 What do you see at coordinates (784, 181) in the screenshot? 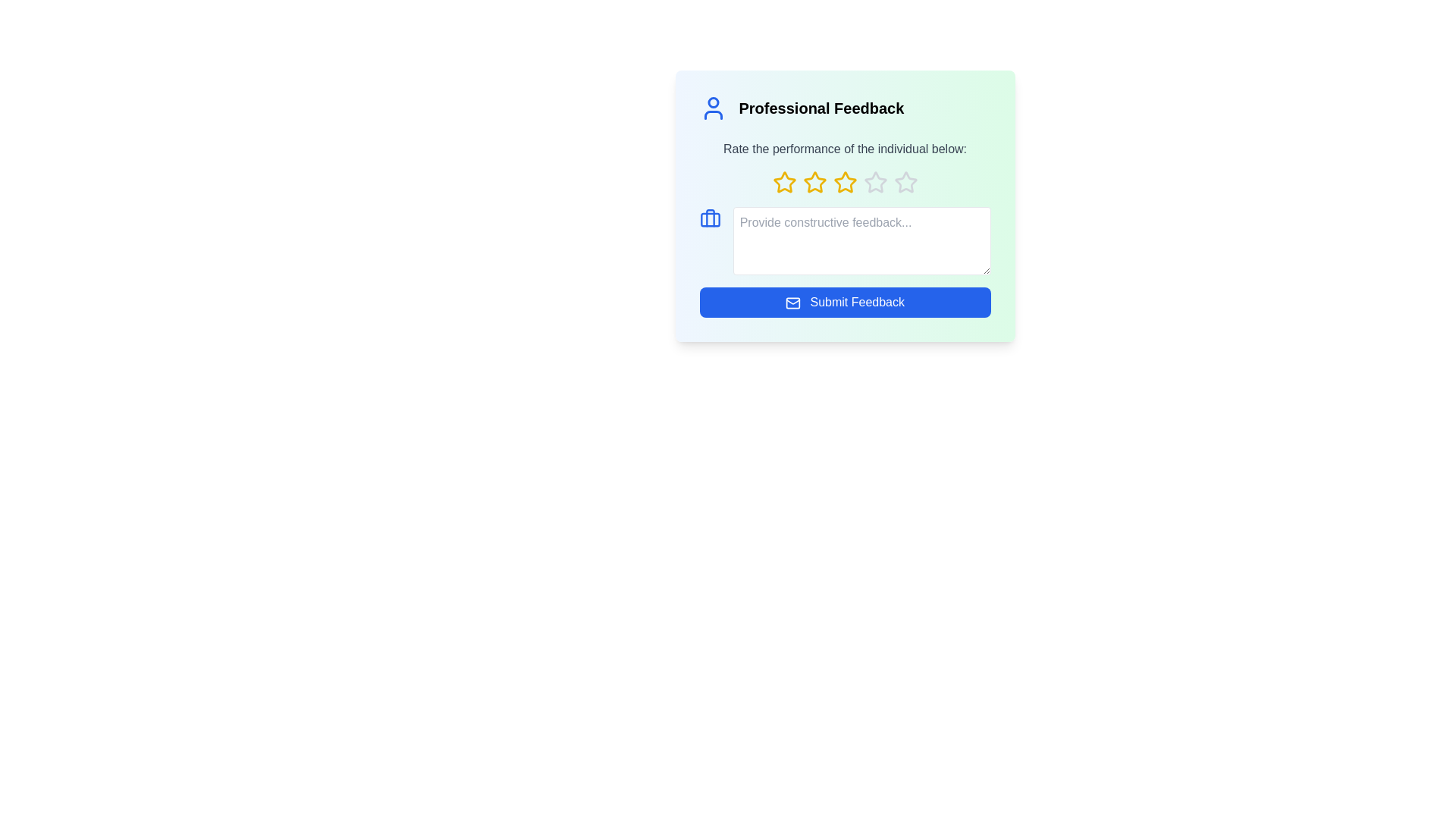
I see `the 1 star in the rating system` at bounding box center [784, 181].